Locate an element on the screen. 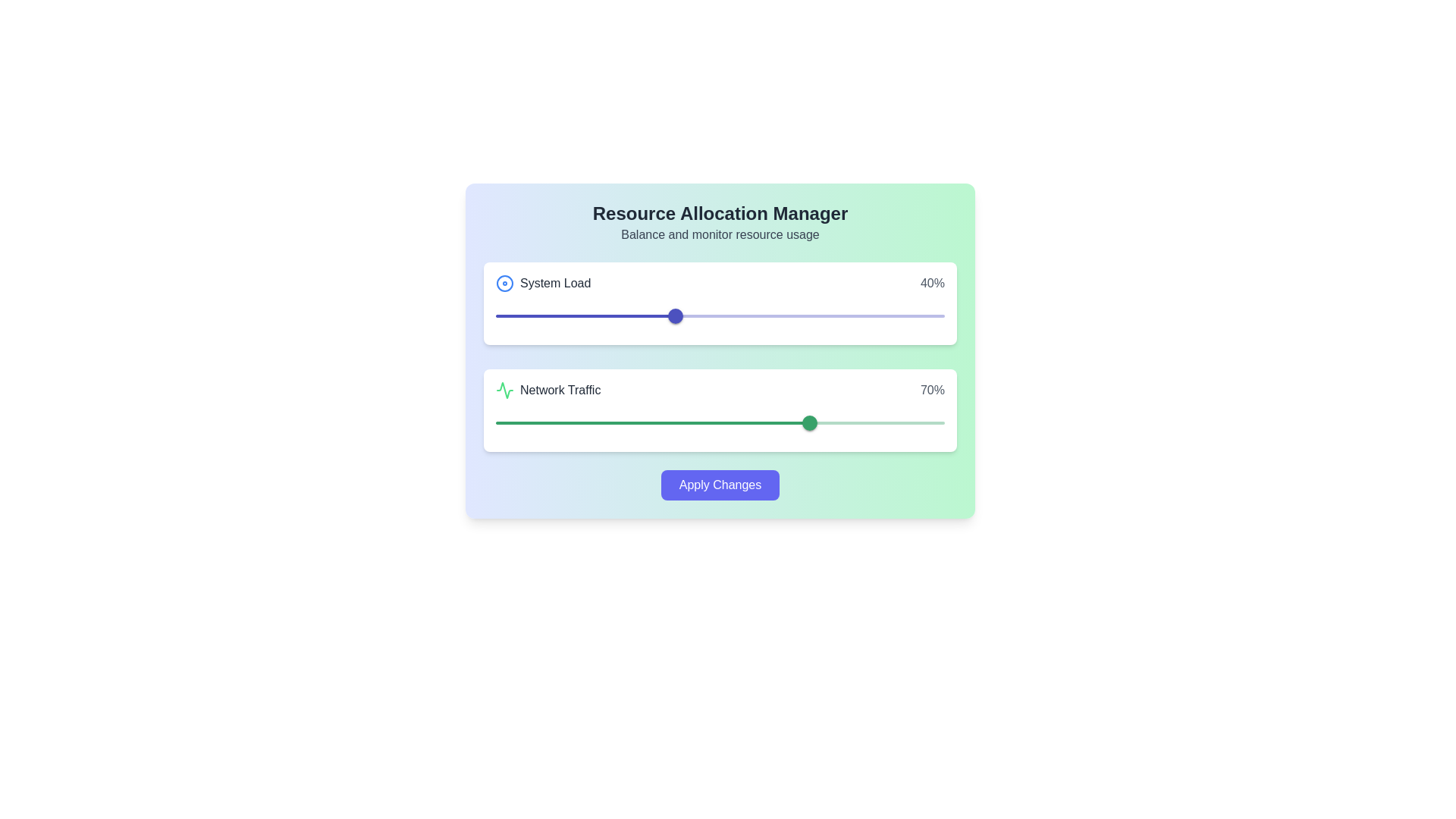 The height and width of the screenshot is (819, 1456). network traffic is located at coordinates (589, 423).